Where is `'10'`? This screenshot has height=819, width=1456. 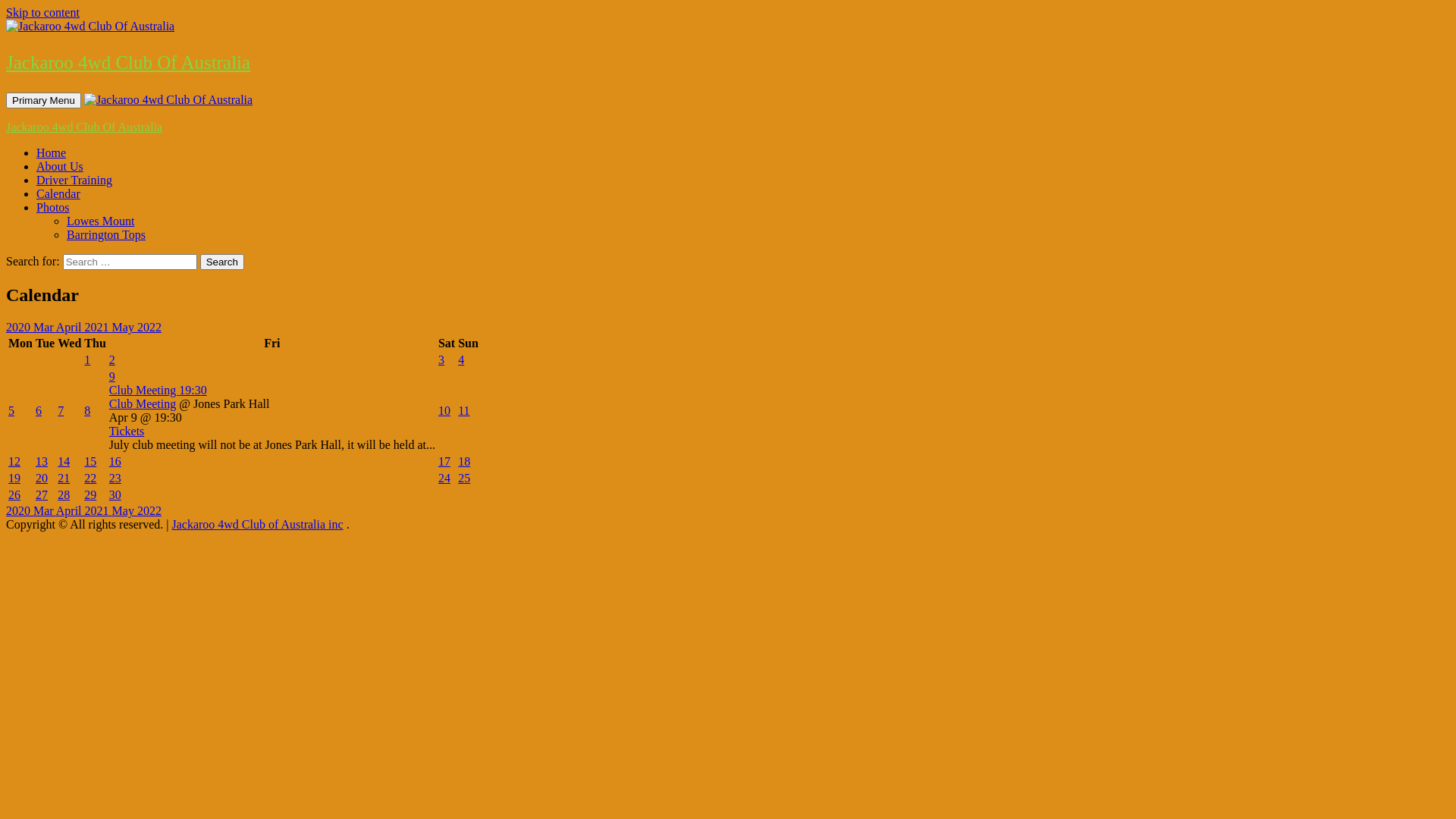
'10' is located at coordinates (437, 410).